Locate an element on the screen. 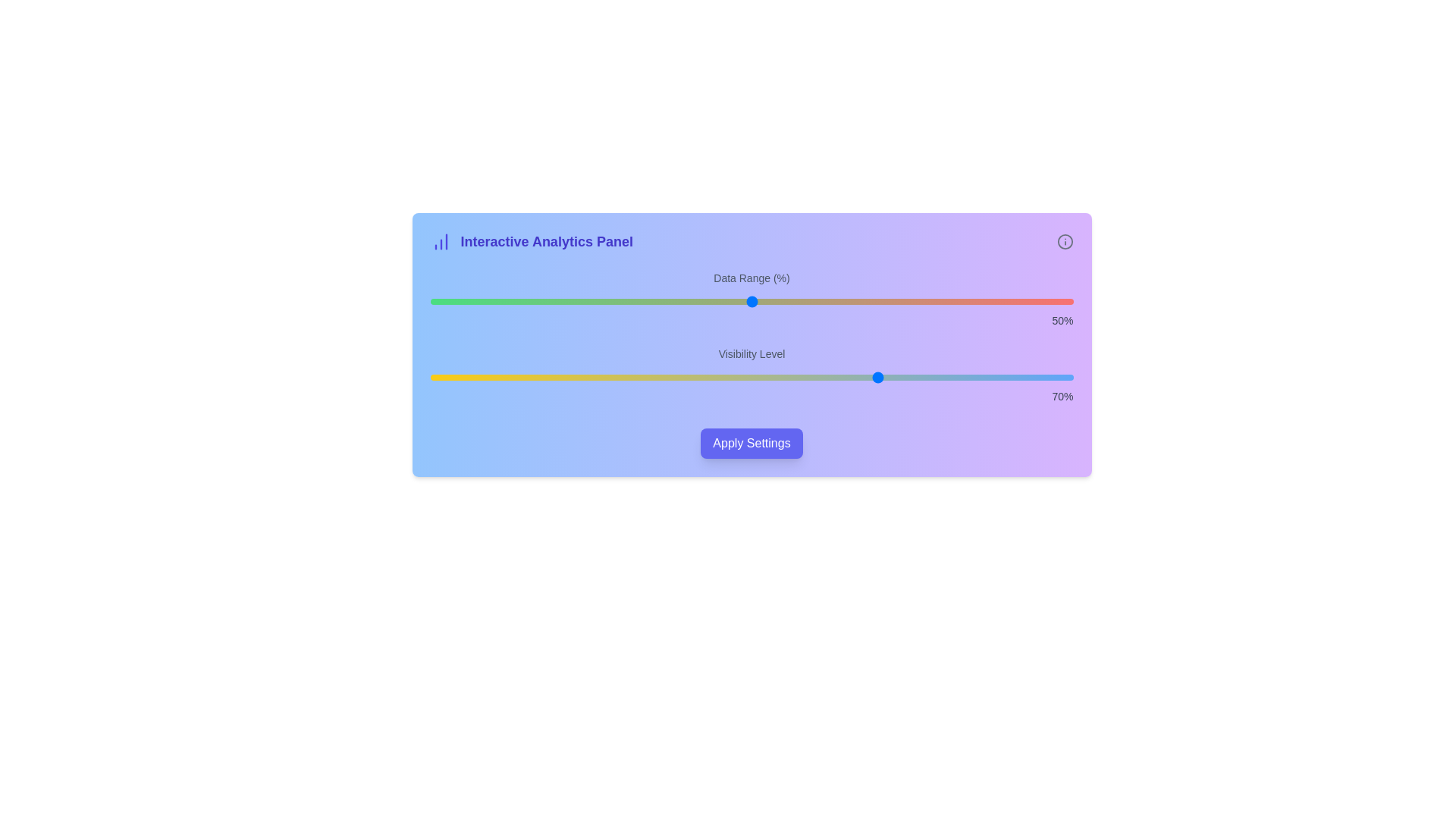  the Data Range slider to 84% is located at coordinates (969, 301).